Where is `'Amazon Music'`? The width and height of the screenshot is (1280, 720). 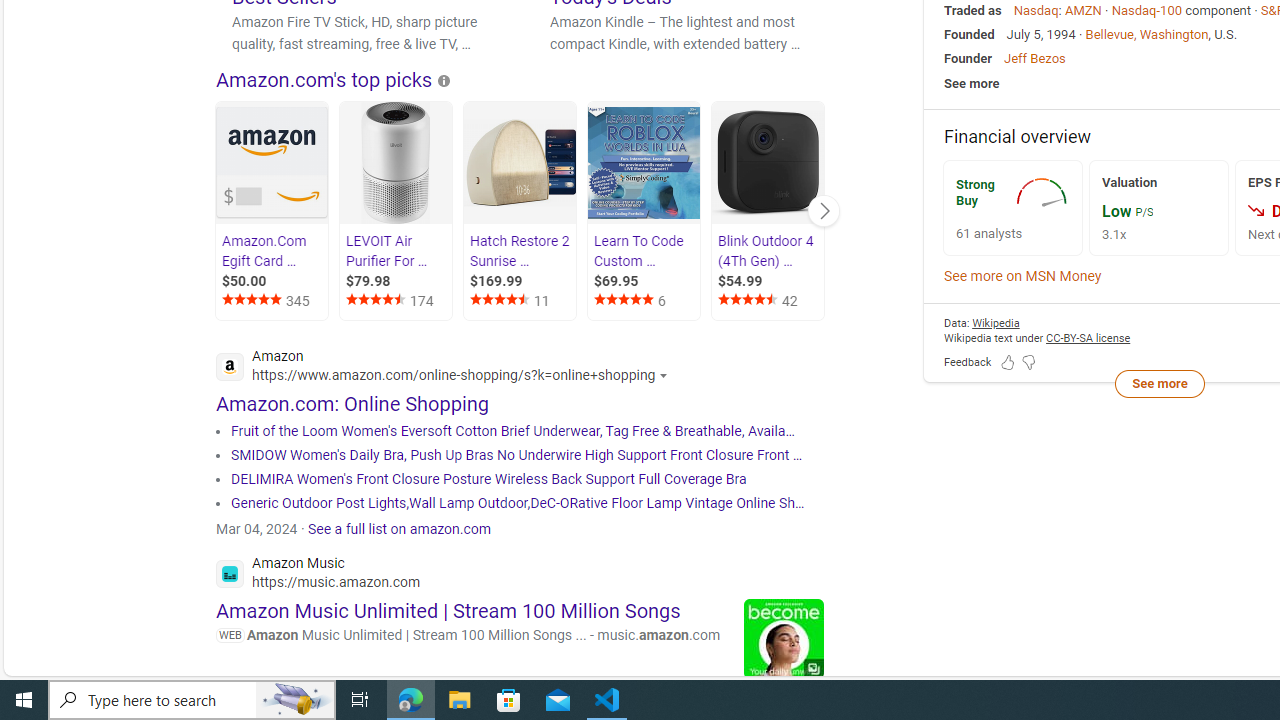 'Amazon Music' is located at coordinates (317, 575).